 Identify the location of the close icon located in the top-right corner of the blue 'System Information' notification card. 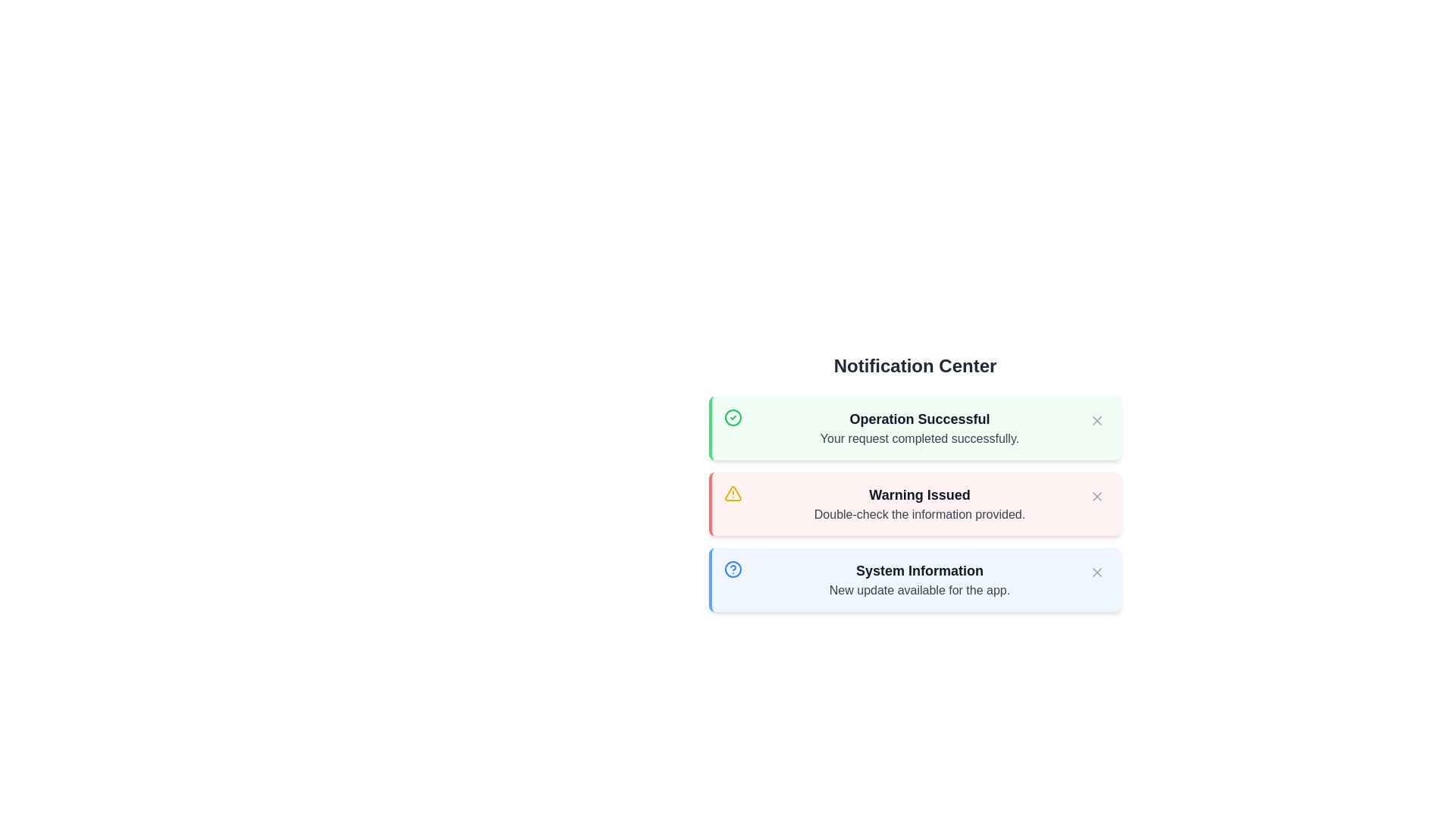
(1097, 573).